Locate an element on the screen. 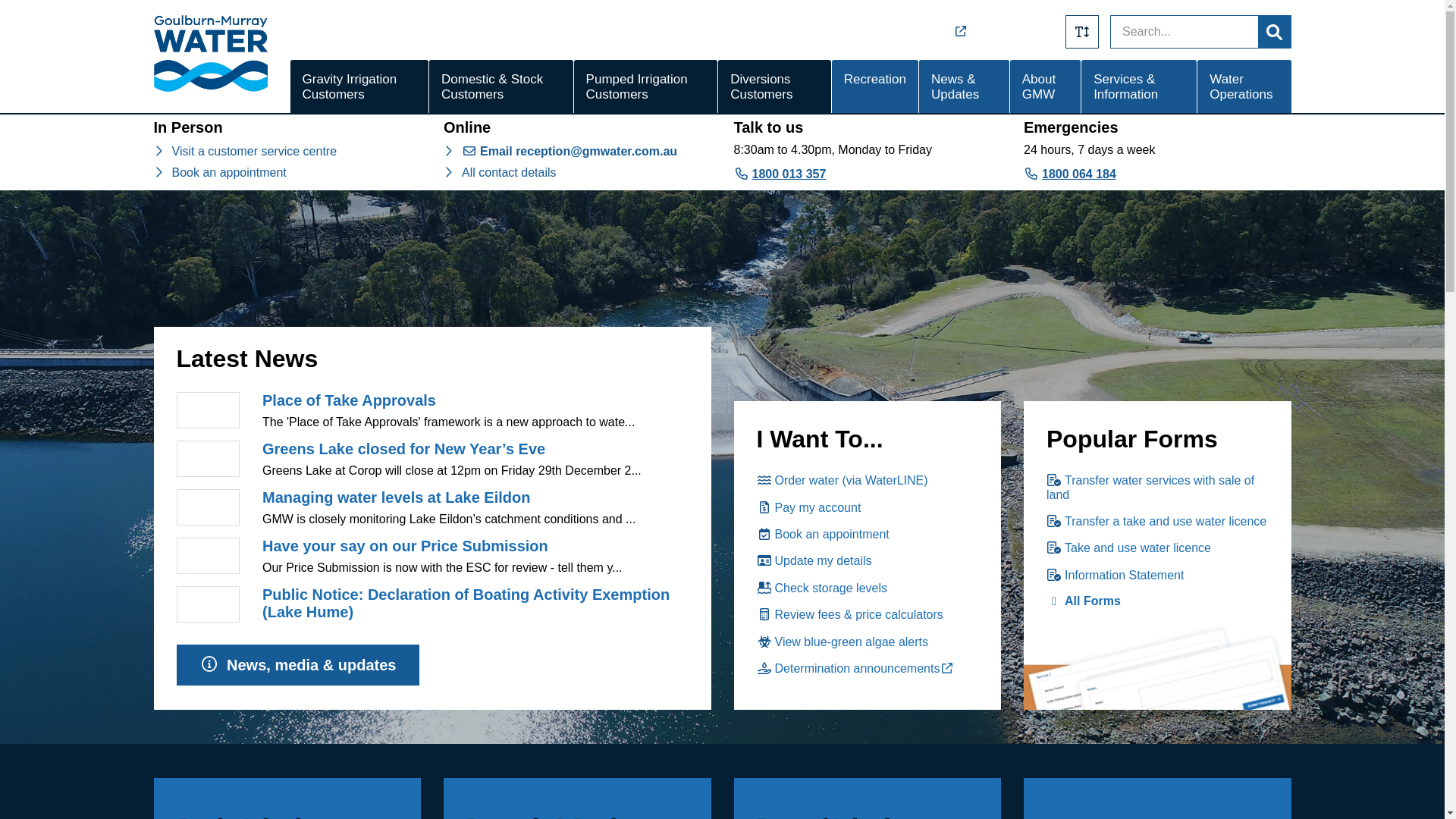  'Water Operations' is located at coordinates (1244, 87).